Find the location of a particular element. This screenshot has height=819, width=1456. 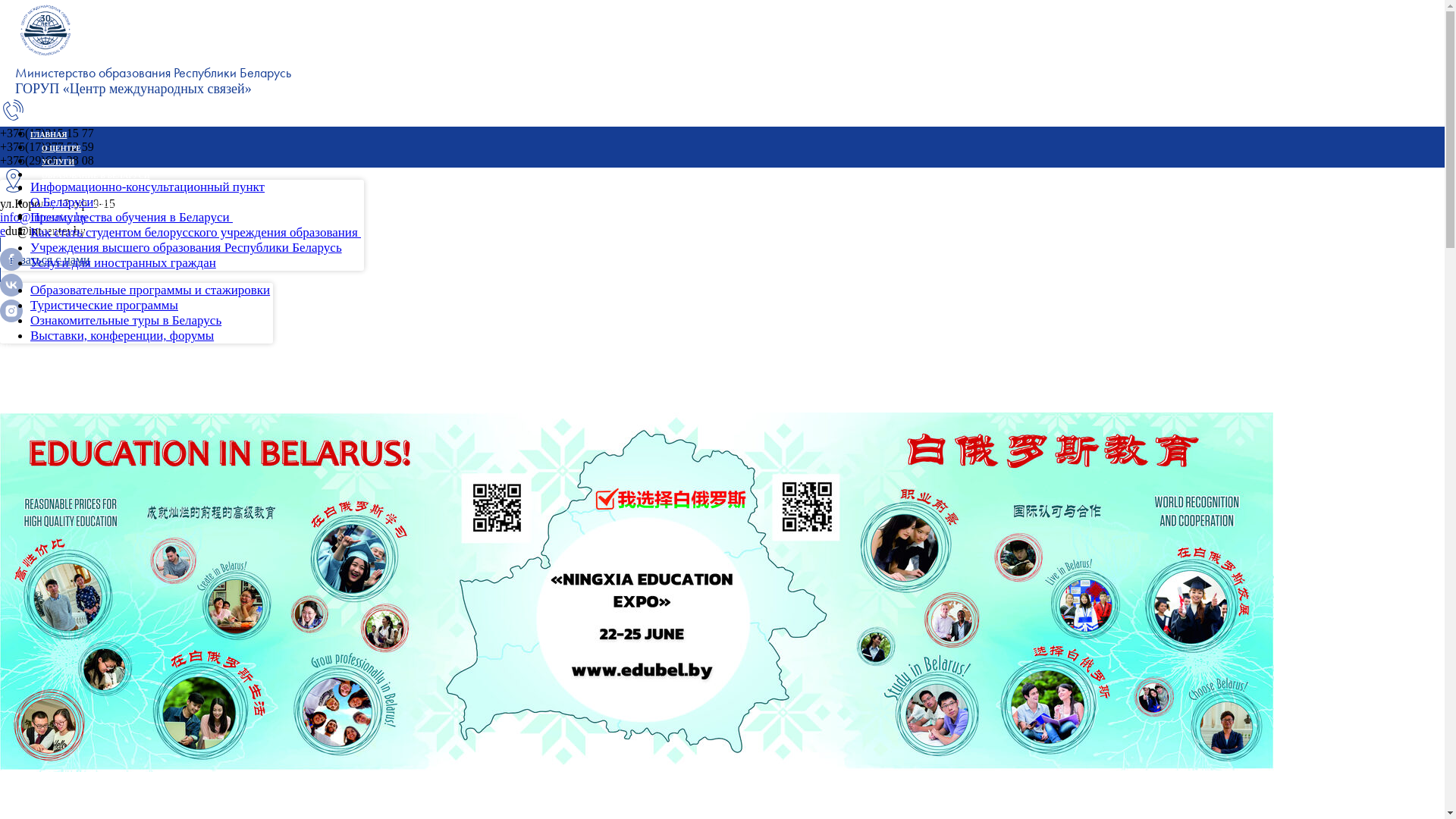

'EN' is located at coordinates (5, 332).